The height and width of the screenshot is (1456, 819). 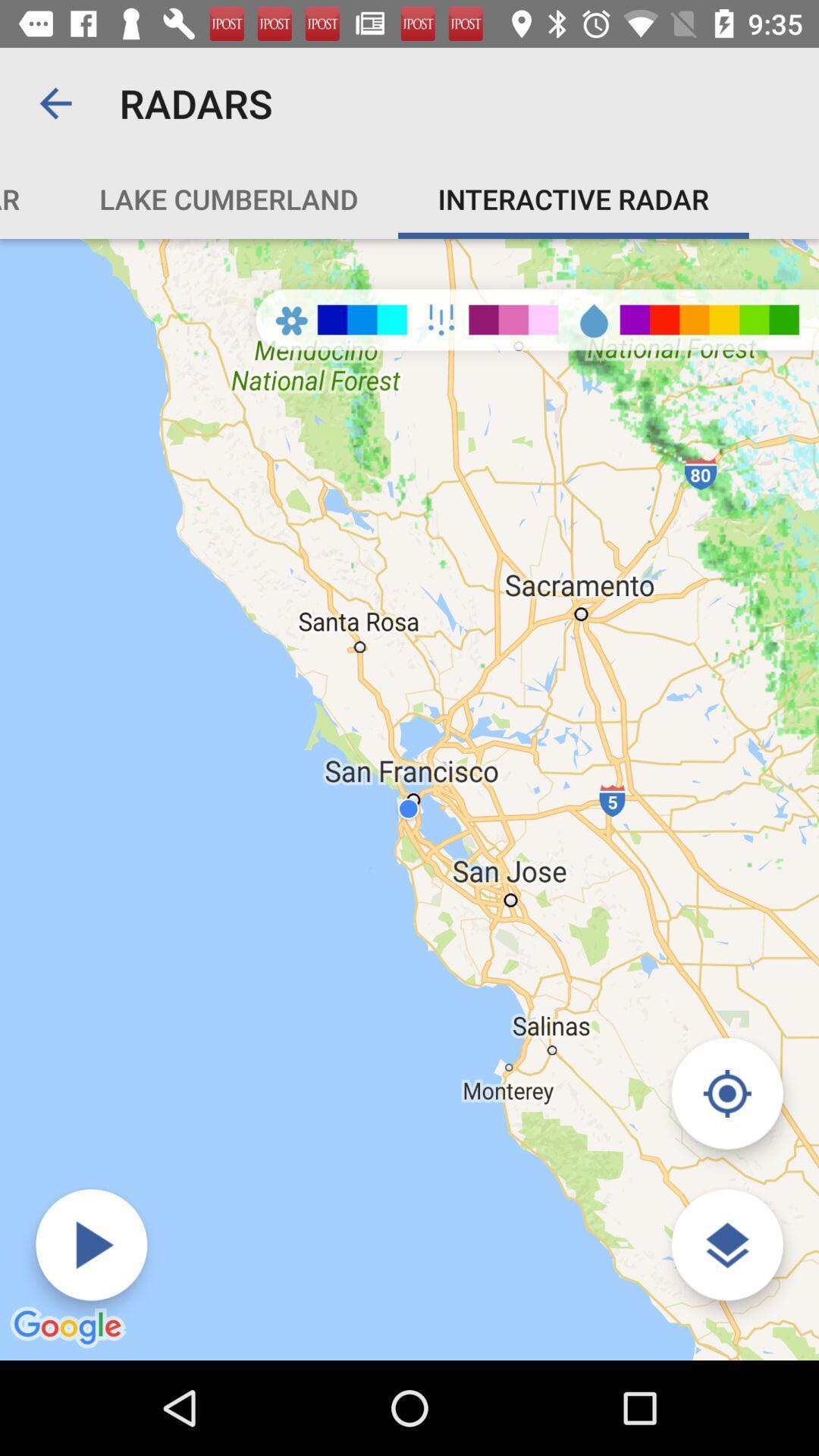 What do you see at coordinates (55, 102) in the screenshot?
I see `icon to the left of the radars` at bounding box center [55, 102].